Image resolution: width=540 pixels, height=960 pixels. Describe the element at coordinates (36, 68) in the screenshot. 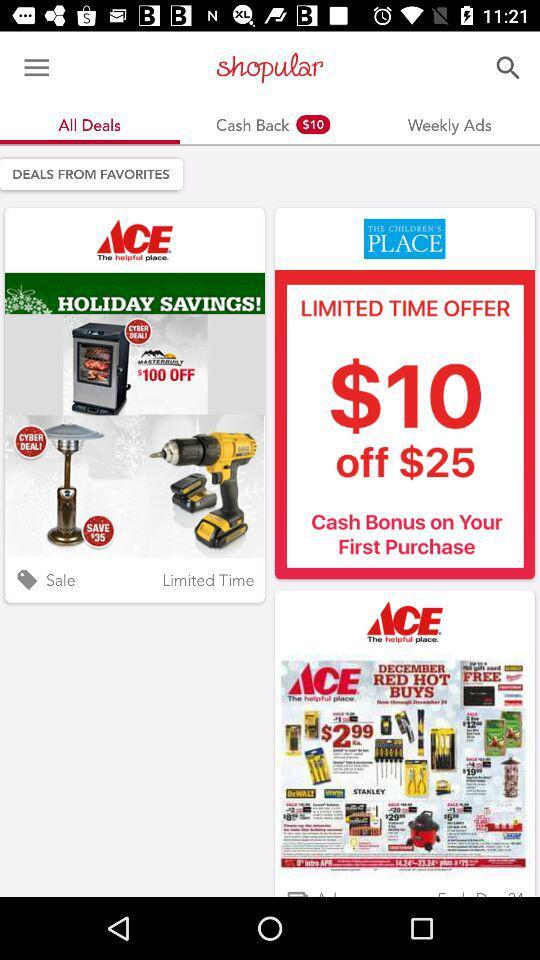

I see `icon next to cash back icon` at that location.